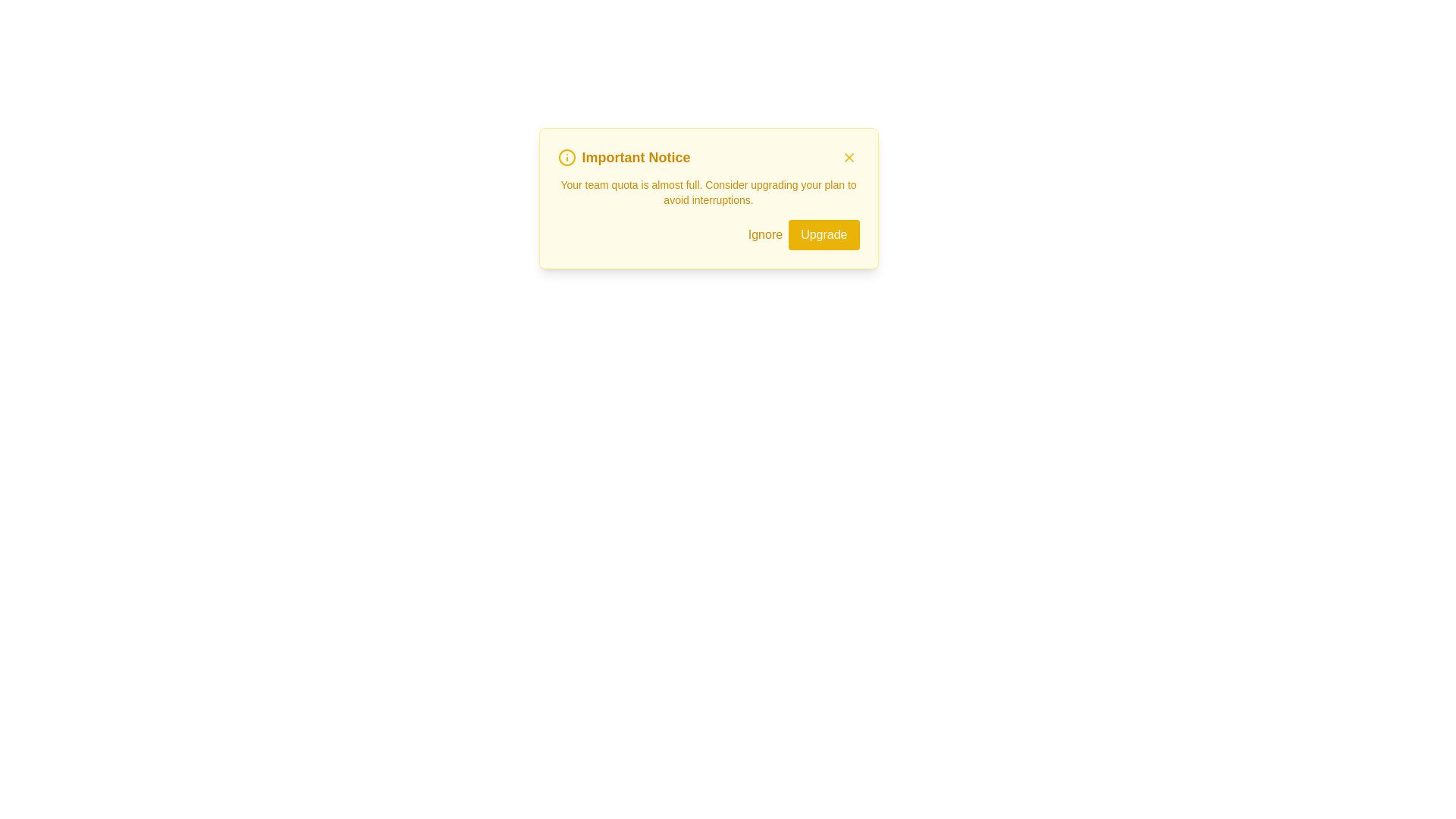 This screenshot has width=1456, height=819. What do you see at coordinates (848, 158) in the screenshot?
I see `the button in the top-right corner of the 'Important Notice' panel` at bounding box center [848, 158].